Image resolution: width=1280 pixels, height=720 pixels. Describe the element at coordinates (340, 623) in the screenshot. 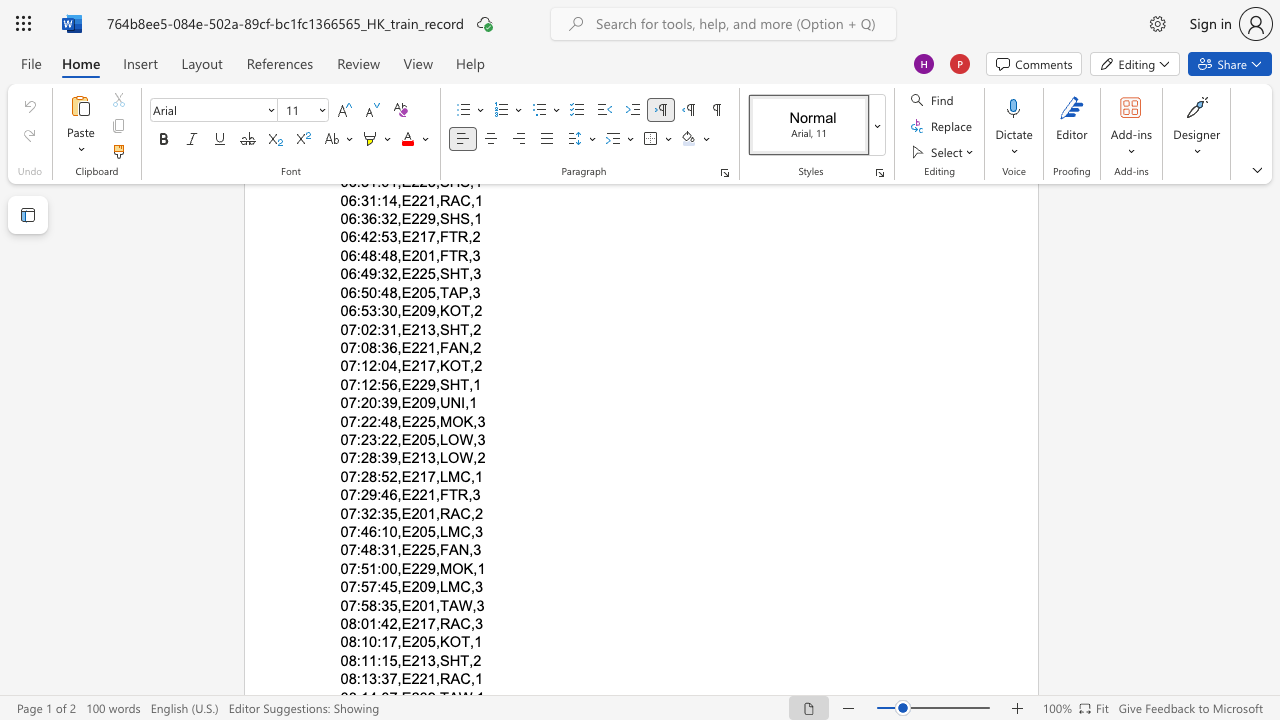

I see `the subset text "08:01:42,E21" within the text "08:01:42,E217,RAC,3"` at that location.